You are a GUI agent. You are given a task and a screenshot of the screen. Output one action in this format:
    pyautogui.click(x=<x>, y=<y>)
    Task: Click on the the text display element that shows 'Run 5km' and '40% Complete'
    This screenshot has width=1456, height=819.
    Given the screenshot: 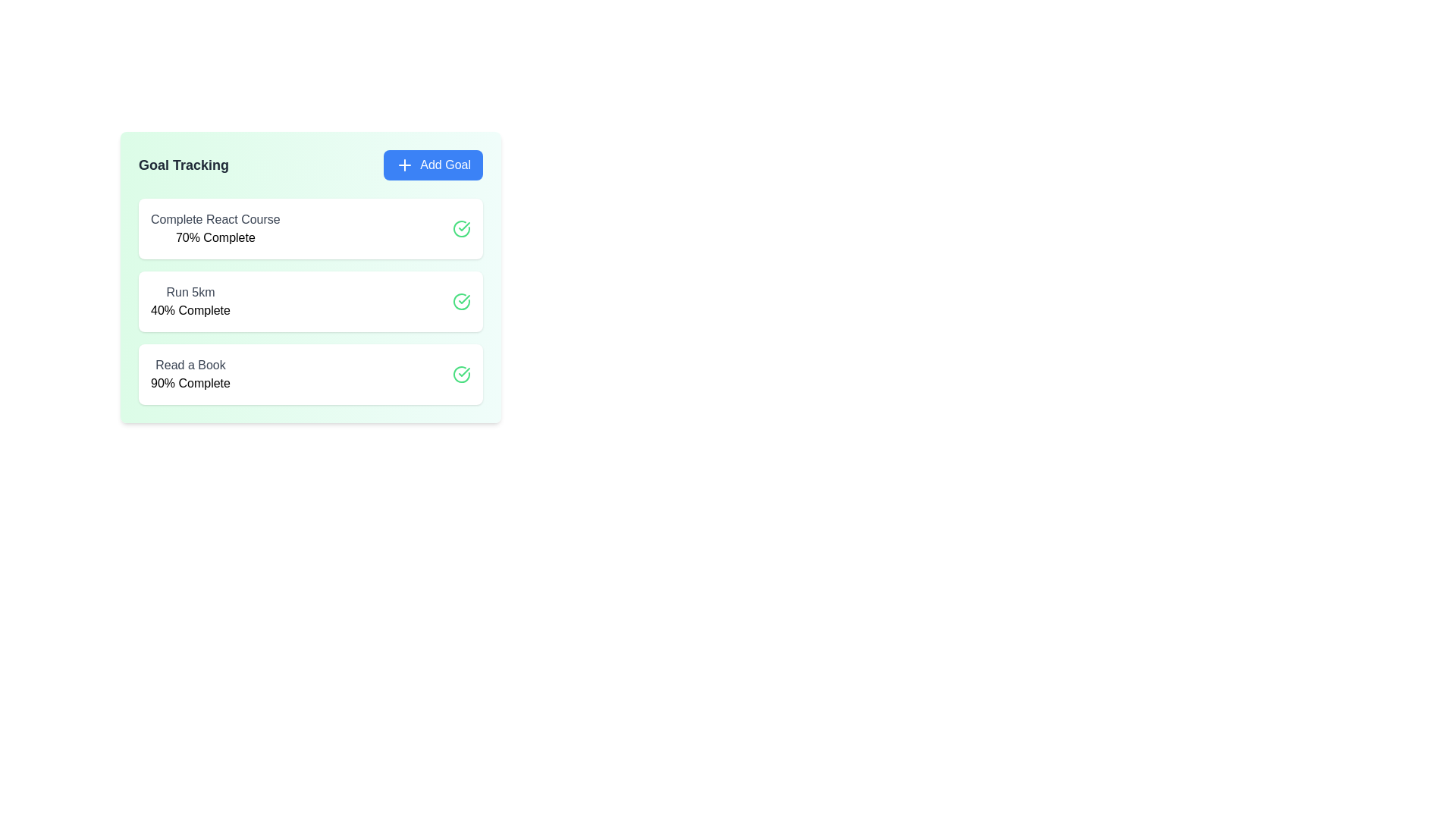 What is the action you would take?
    pyautogui.click(x=190, y=301)
    